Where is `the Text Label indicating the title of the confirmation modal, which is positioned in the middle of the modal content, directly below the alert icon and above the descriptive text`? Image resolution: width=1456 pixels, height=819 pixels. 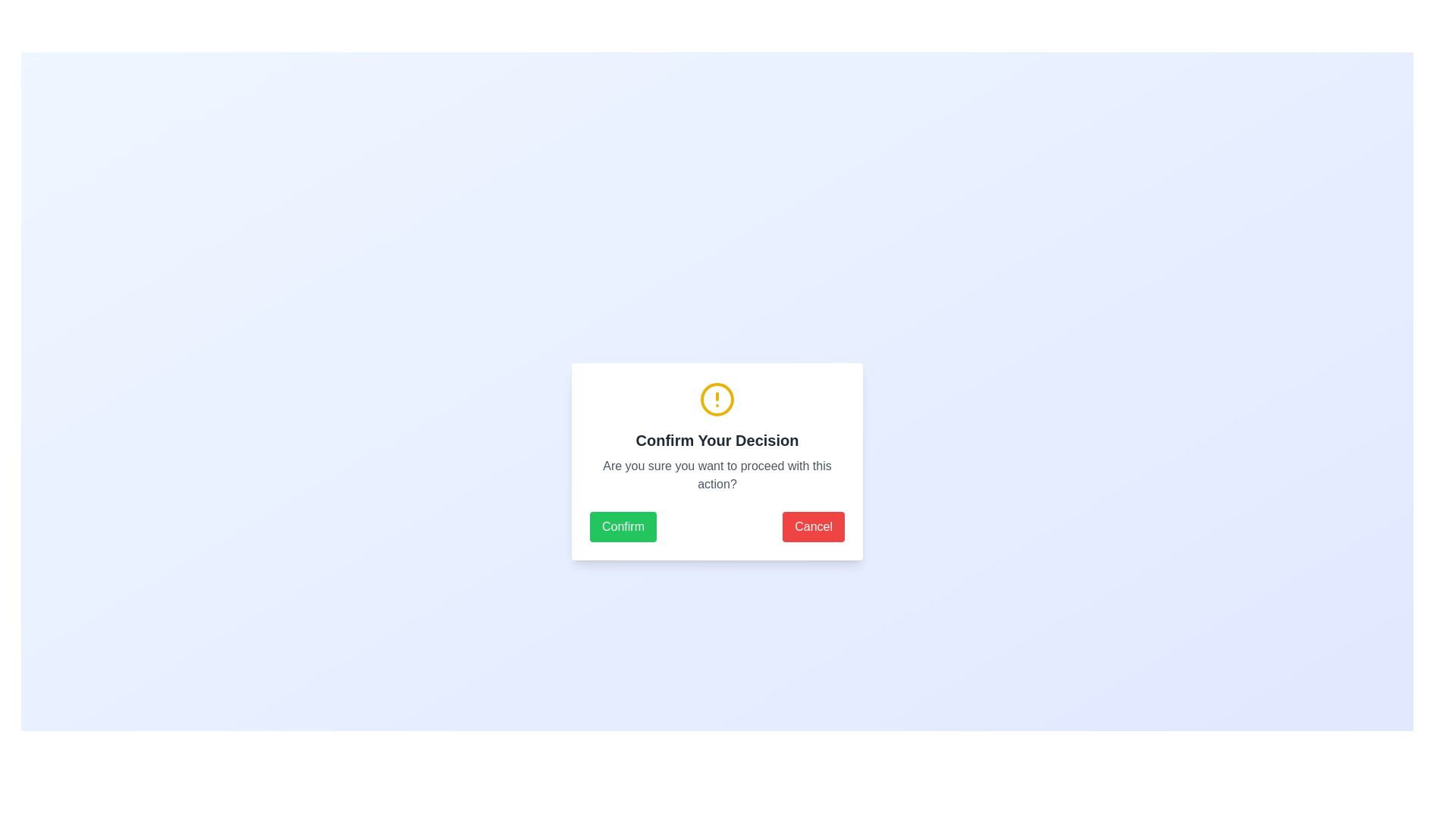
the Text Label indicating the title of the confirmation modal, which is positioned in the middle of the modal content, directly below the alert icon and above the descriptive text is located at coordinates (716, 441).